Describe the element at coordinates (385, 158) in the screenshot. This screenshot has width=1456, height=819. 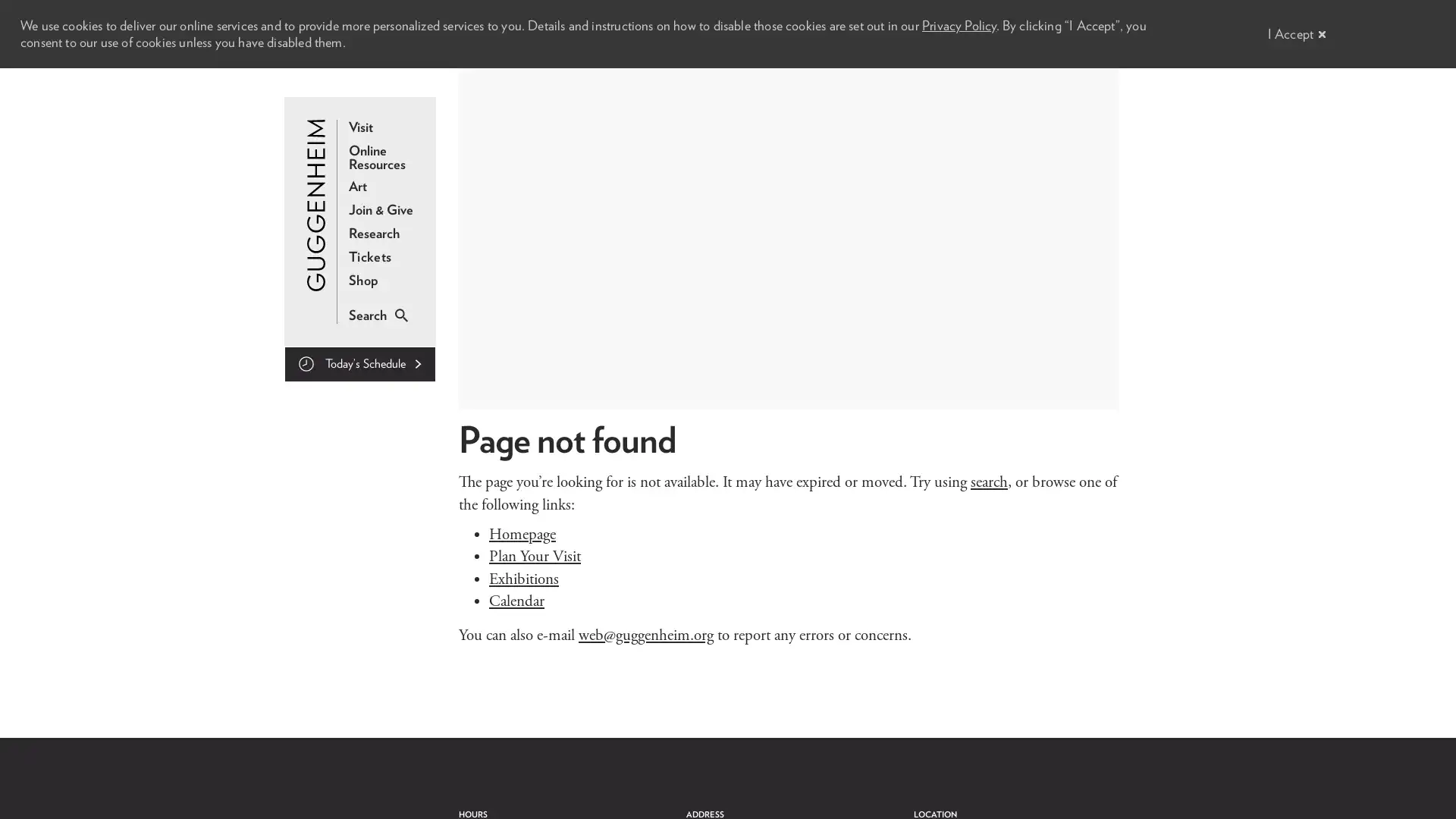
I see `Launch Online Resources Submenu Modal` at that location.